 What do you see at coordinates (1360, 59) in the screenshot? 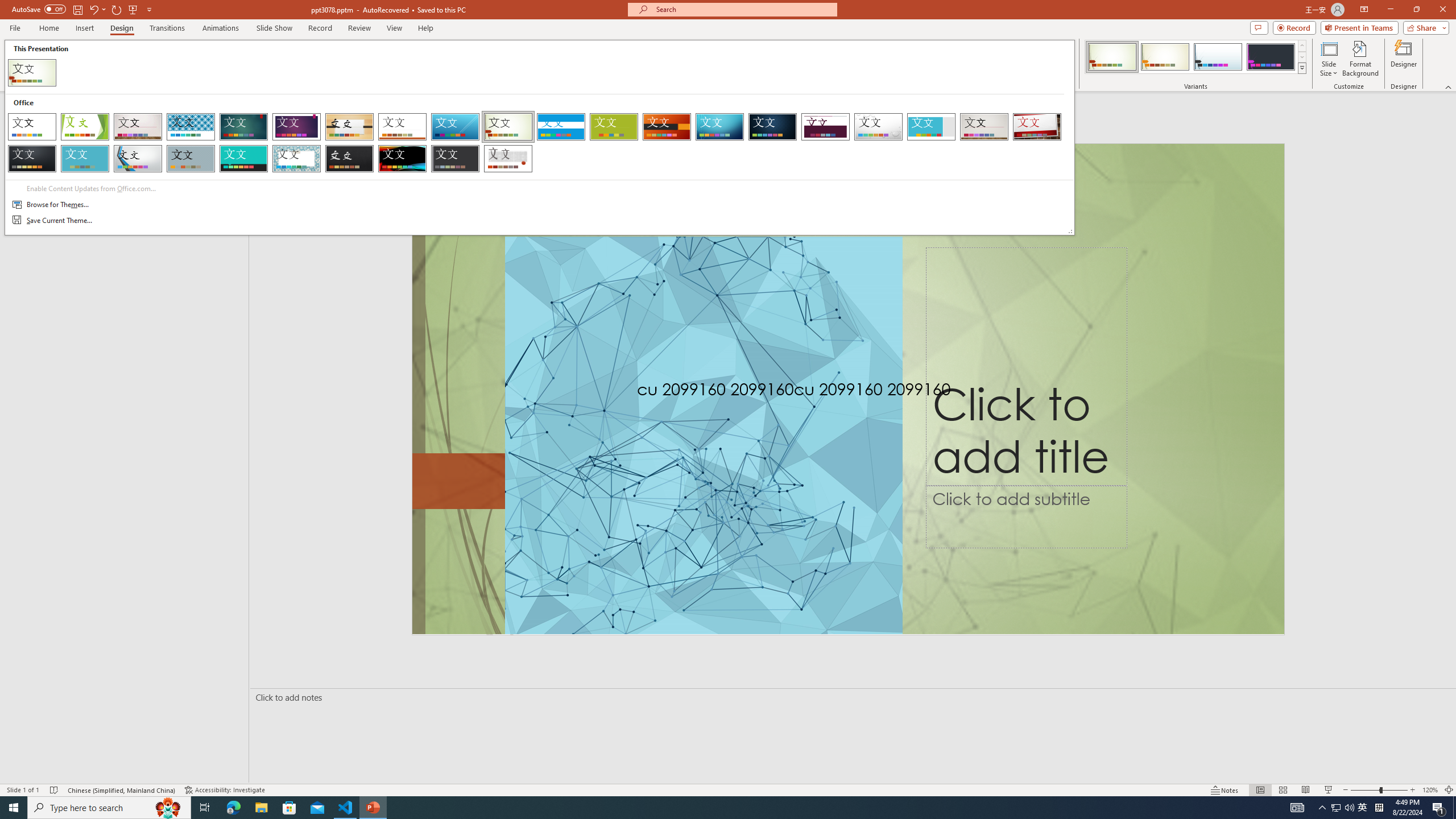
I see `'Format Background'` at bounding box center [1360, 59].